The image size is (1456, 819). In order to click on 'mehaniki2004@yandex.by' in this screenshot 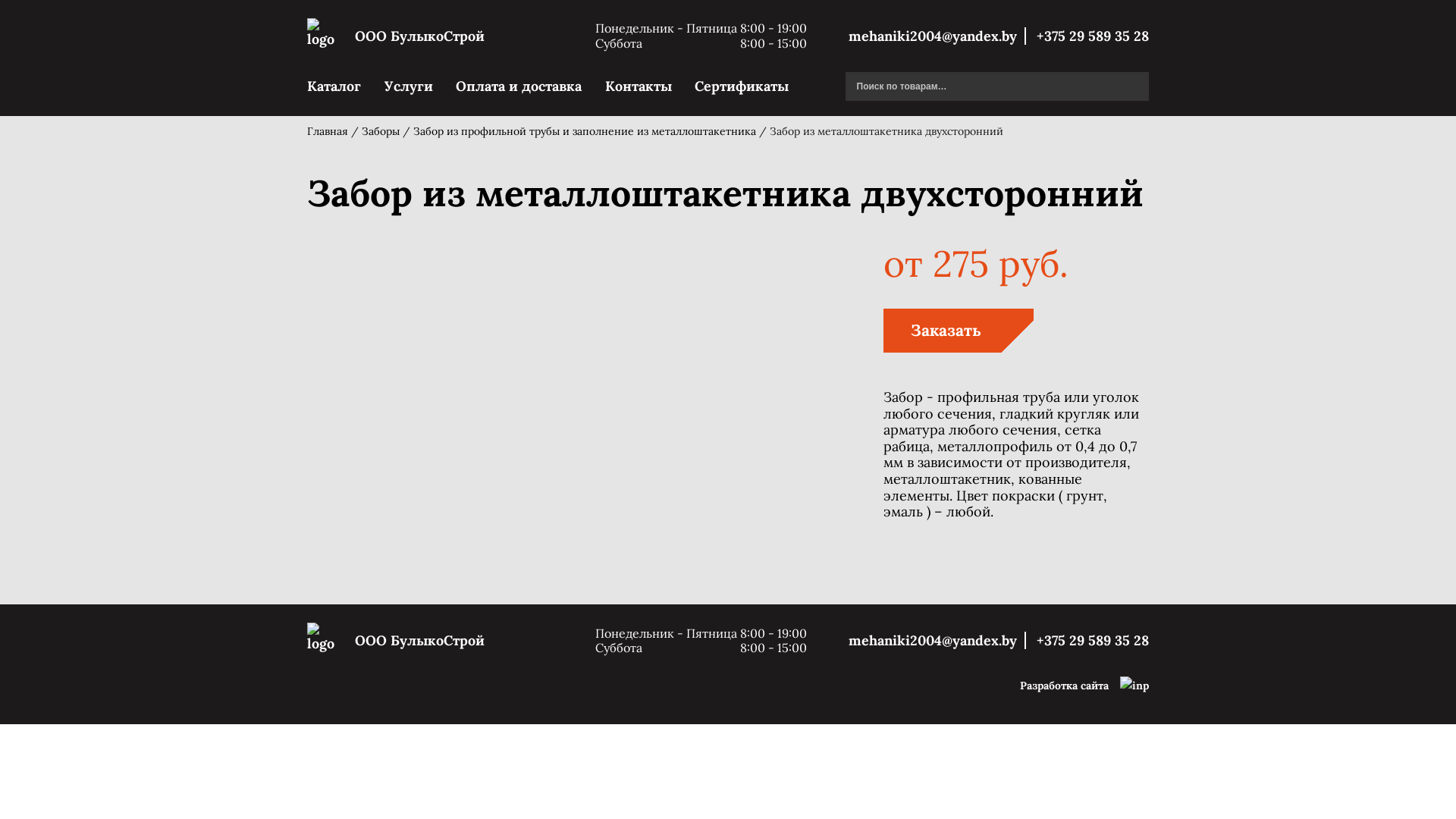, I will do `click(847, 640)`.